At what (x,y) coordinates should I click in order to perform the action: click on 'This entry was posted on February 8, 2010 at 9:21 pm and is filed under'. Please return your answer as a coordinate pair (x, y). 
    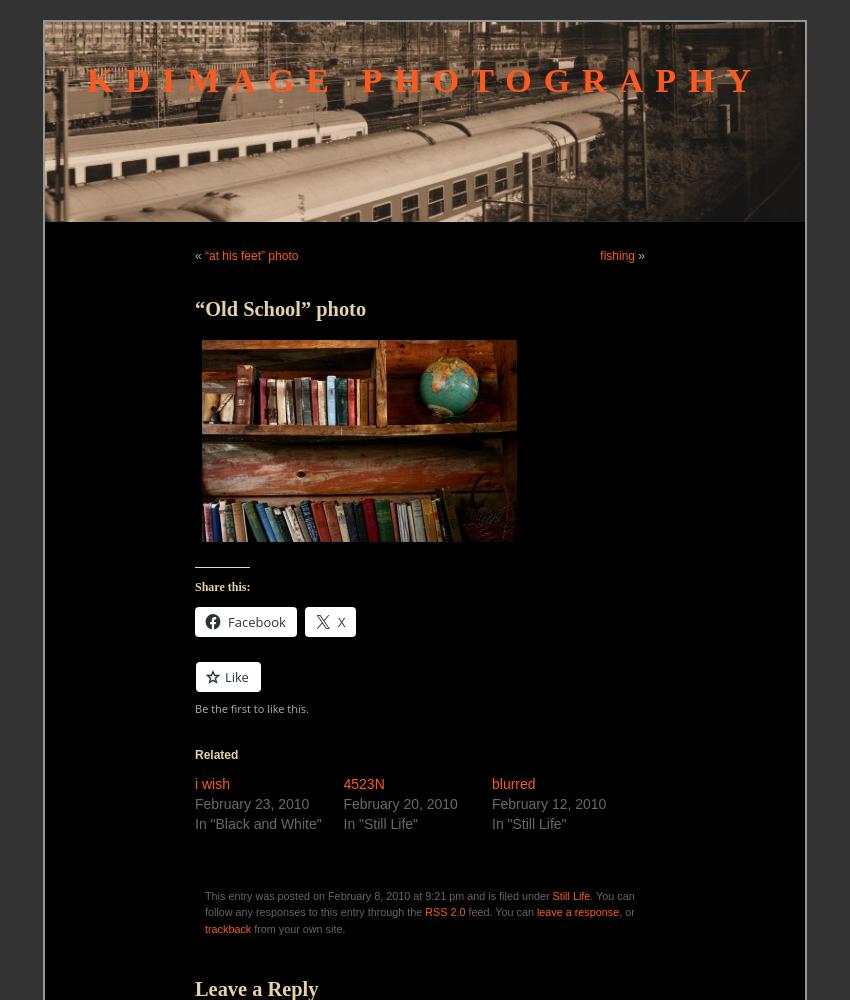
    Looking at the image, I should click on (377, 896).